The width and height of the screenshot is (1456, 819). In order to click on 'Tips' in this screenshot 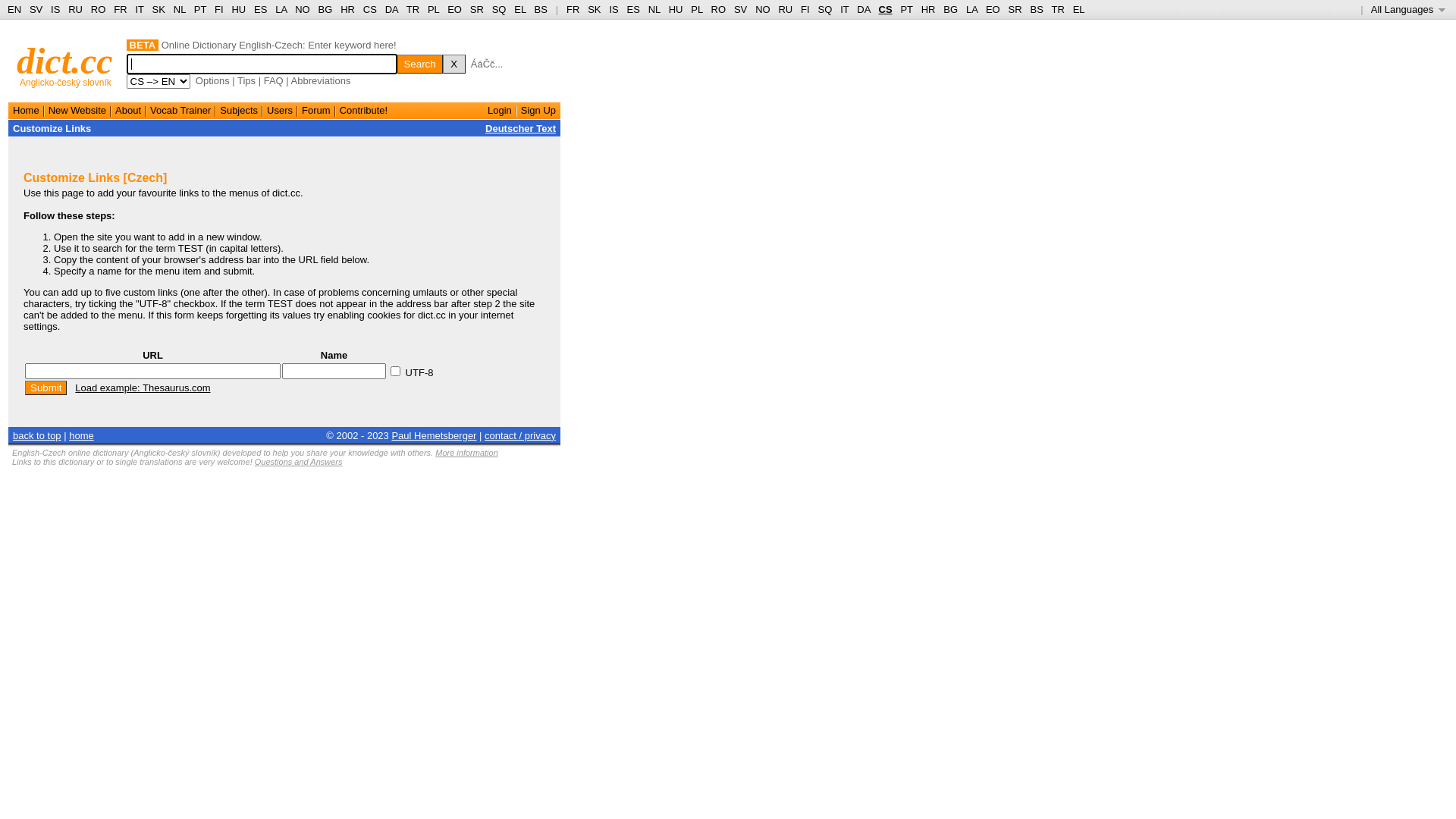, I will do `click(236, 80)`.